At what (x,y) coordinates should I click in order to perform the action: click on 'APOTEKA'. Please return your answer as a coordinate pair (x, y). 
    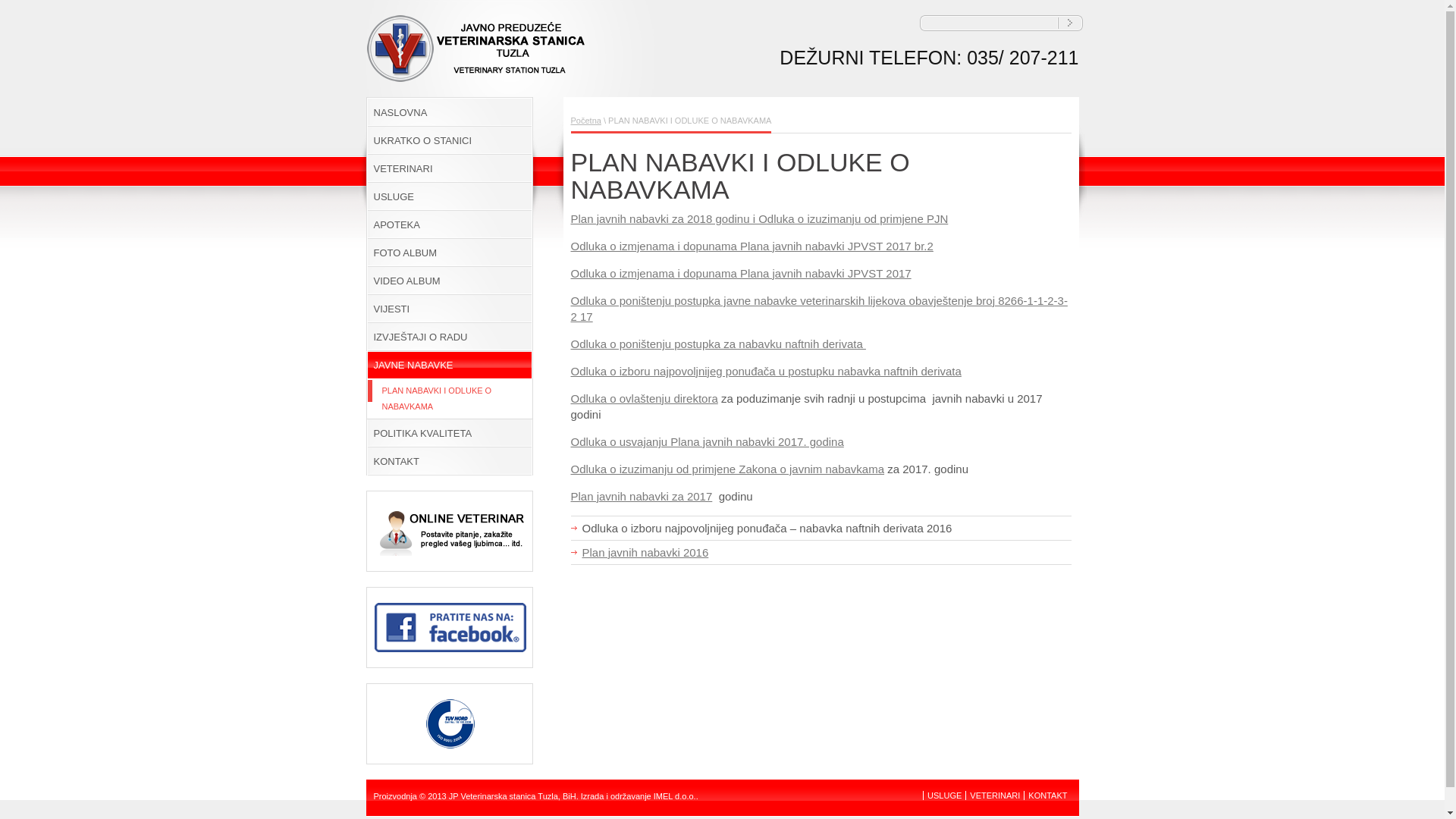
    Looking at the image, I should click on (447, 224).